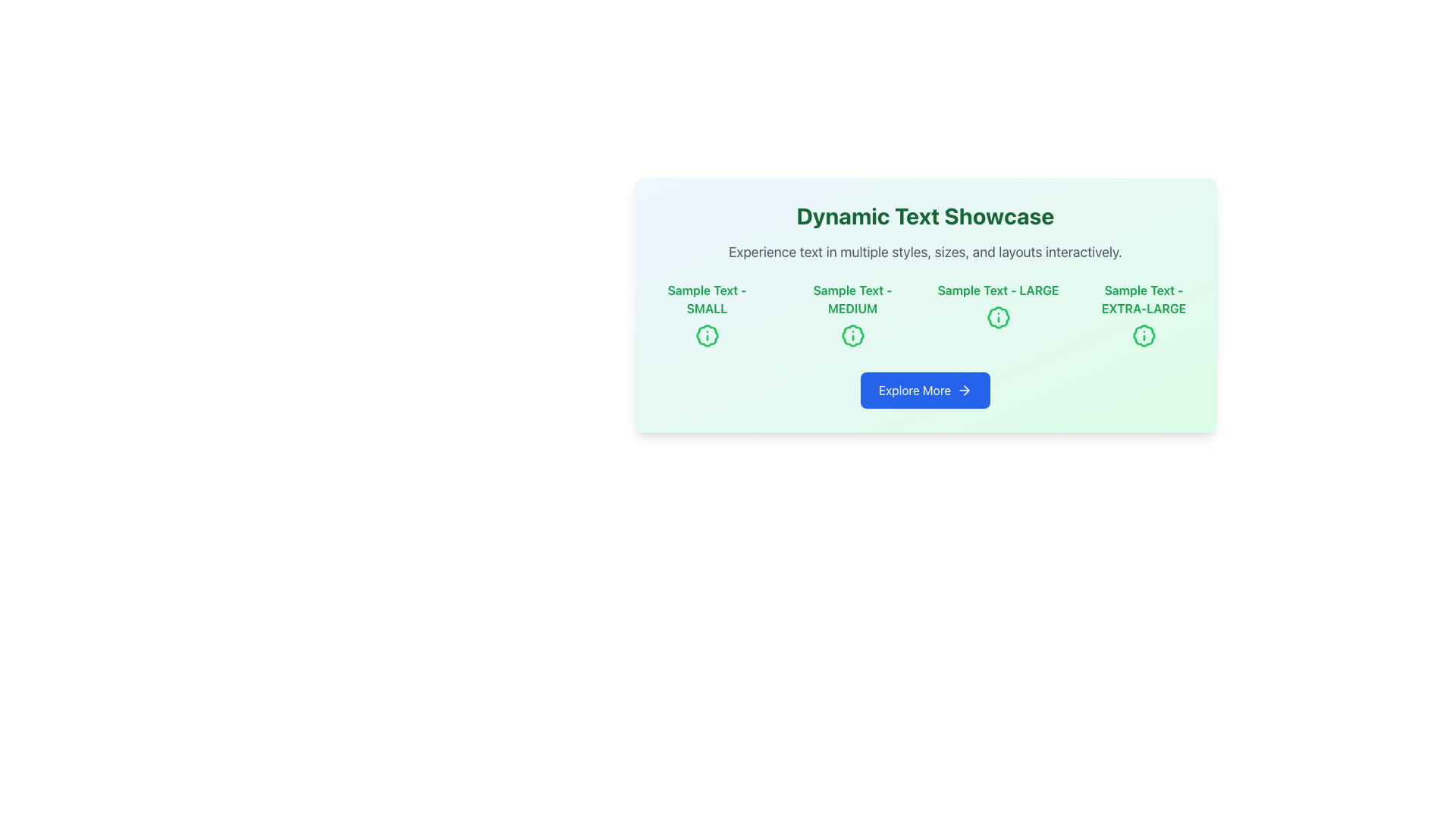 This screenshot has width=1456, height=819. What do you see at coordinates (998, 314) in the screenshot?
I see `the green badge icon located below the text 'Sample Text - LARGE' in the composite element` at bounding box center [998, 314].